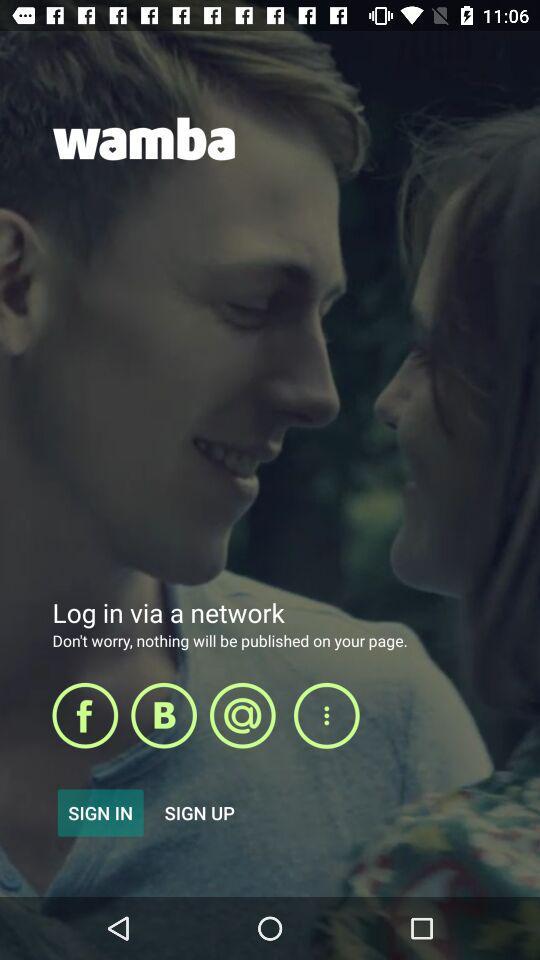  Describe the element at coordinates (163, 715) in the screenshot. I see `open selected item` at that location.